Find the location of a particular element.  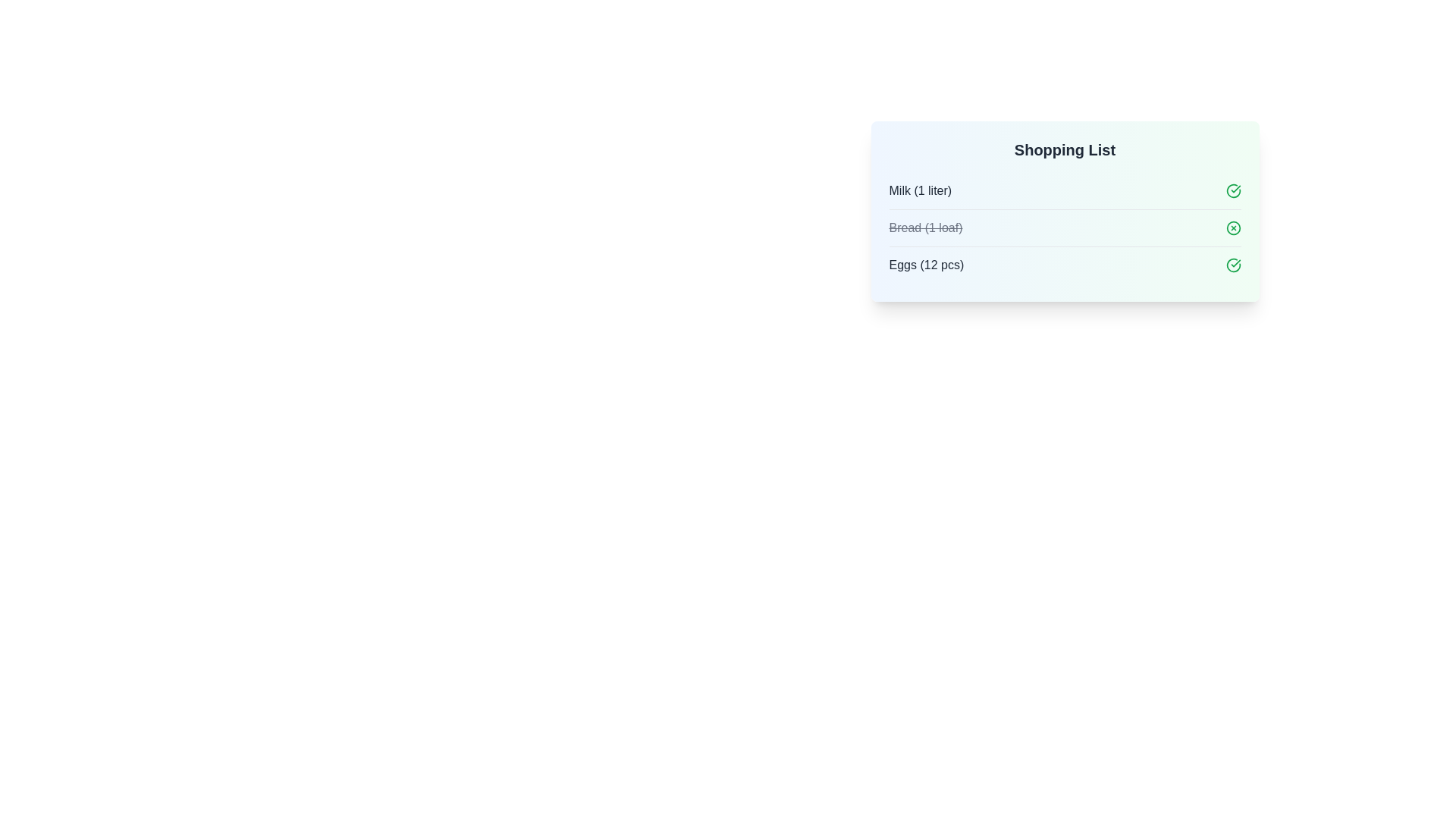

the center of the shopping list container to focus on it is located at coordinates (1064, 211).